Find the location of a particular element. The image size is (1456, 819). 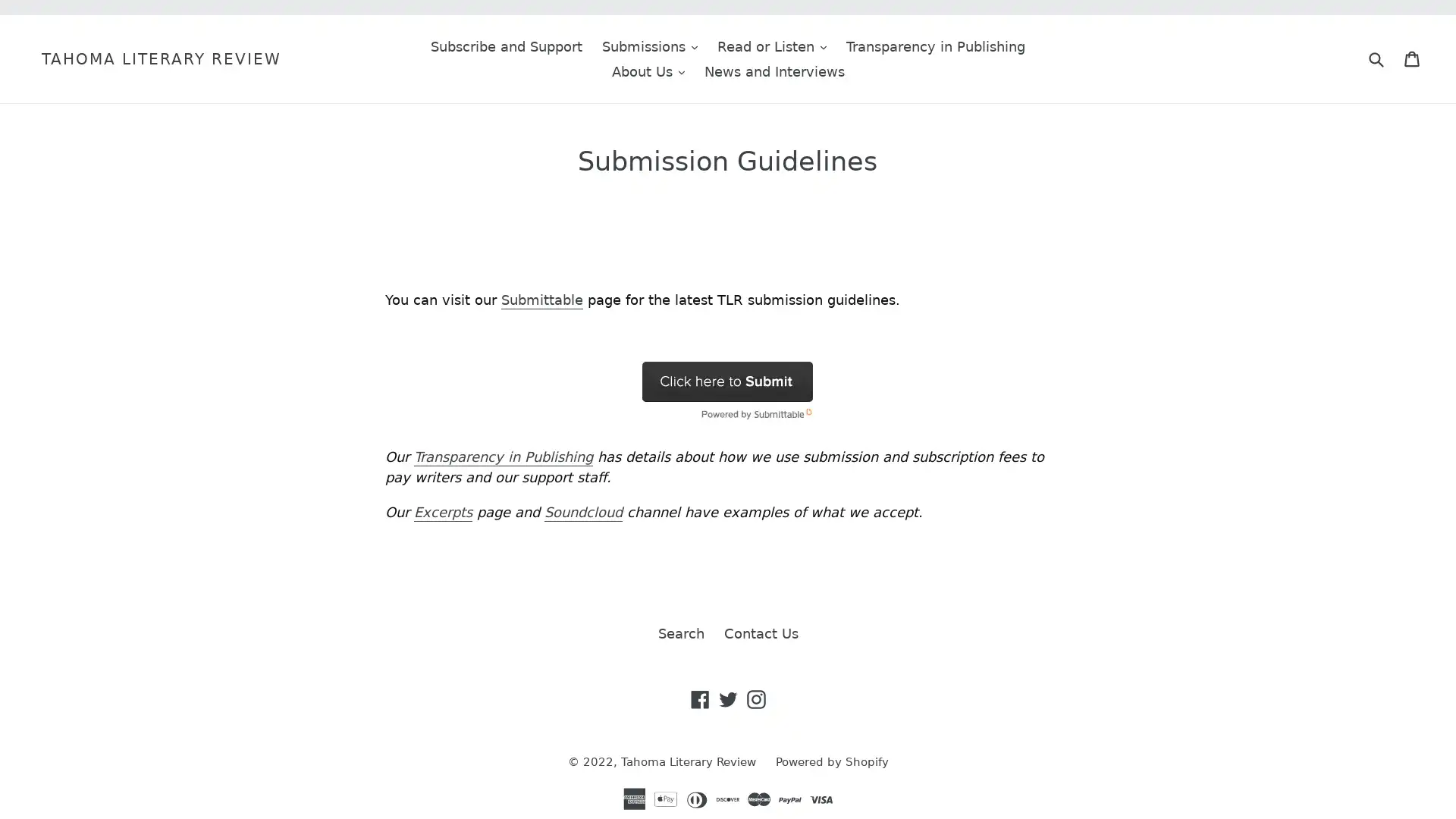

Submit is located at coordinates (1376, 58).